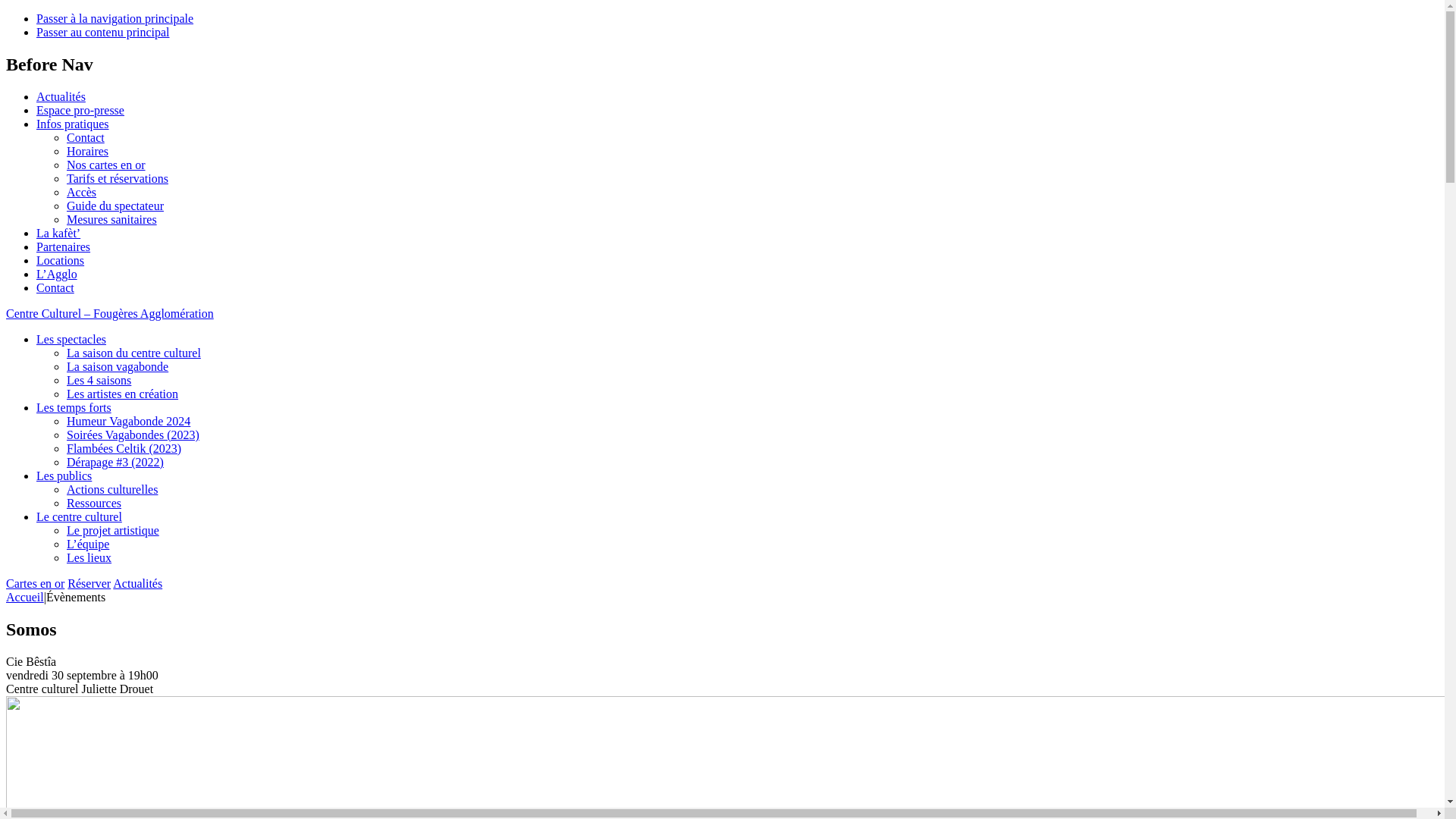  Describe the element at coordinates (65, 366) in the screenshot. I see `'La saison vagabonde'` at that location.